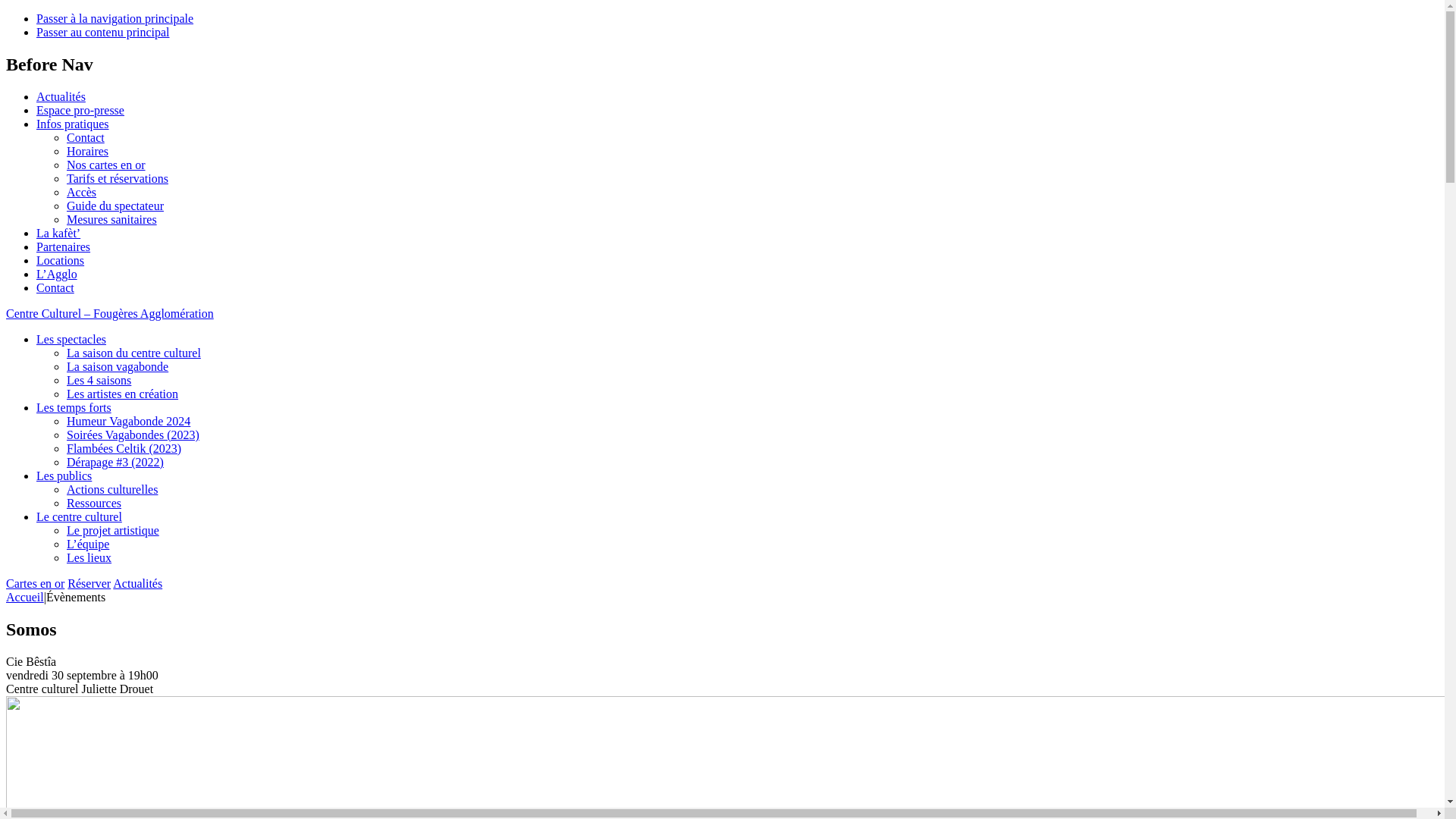  Describe the element at coordinates (65, 366) in the screenshot. I see `'La saison vagabonde'` at that location.